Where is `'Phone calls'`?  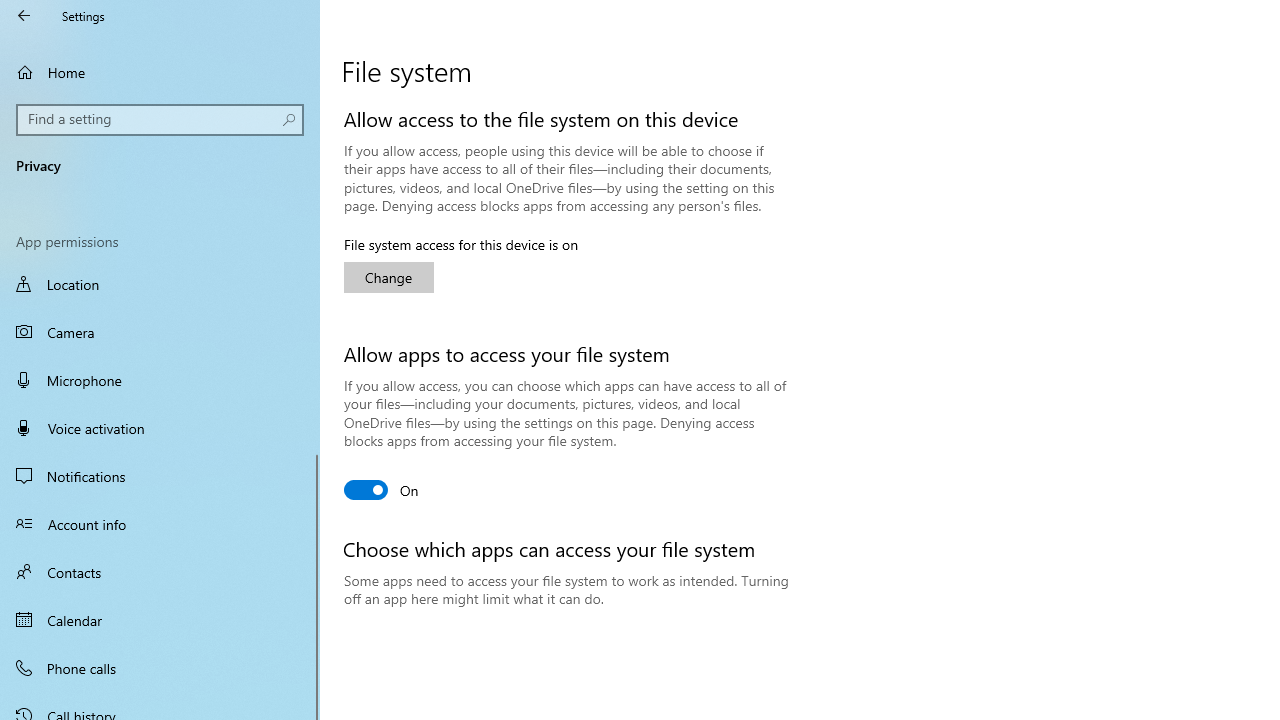 'Phone calls' is located at coordinates (160, 667).